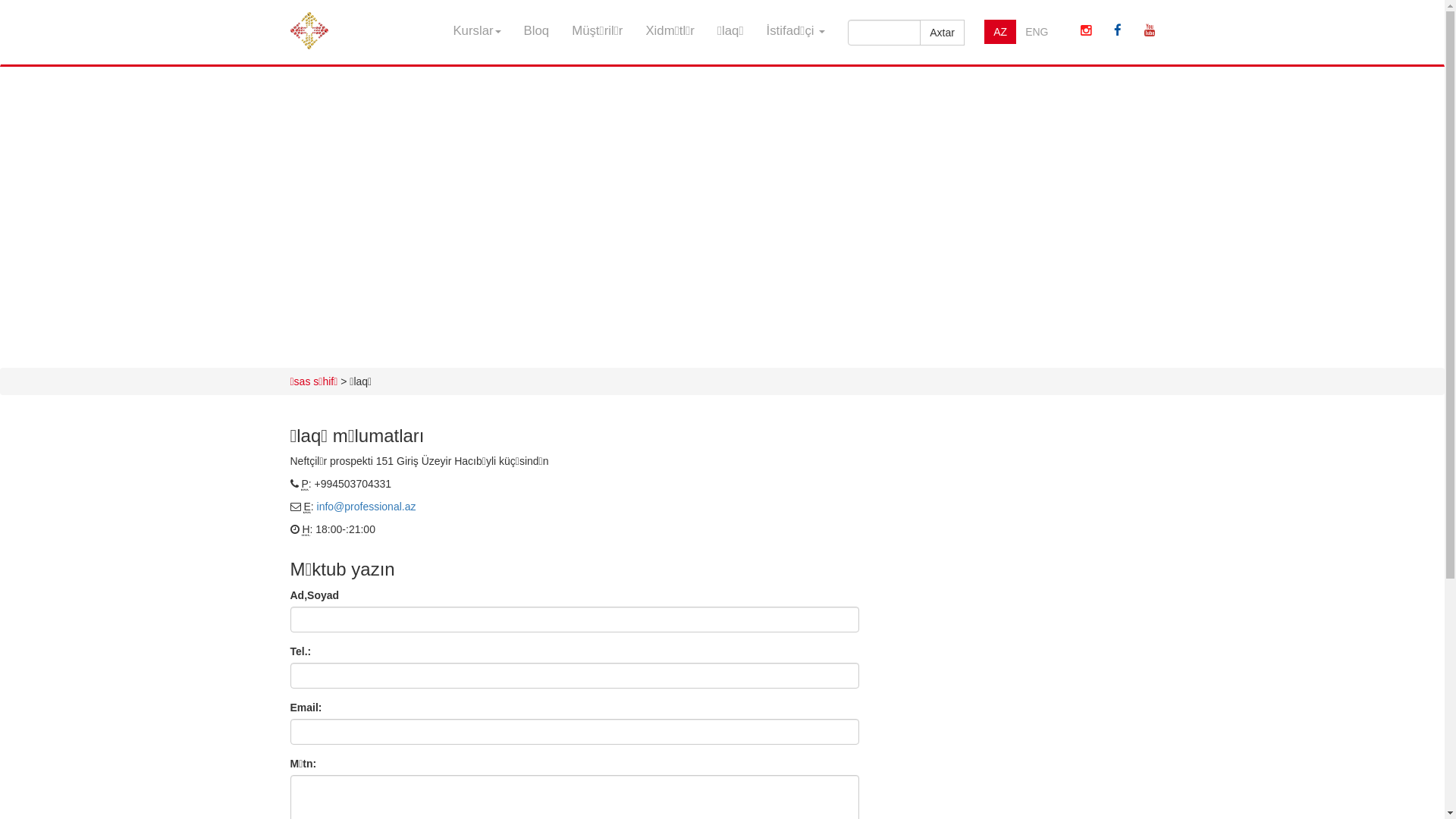 The width and height of the screenshot is (1456, 819). What do you see at coordinates (941, 32) in the screenshot?
I see `' Axtar '` at bounding box center [941, 32].